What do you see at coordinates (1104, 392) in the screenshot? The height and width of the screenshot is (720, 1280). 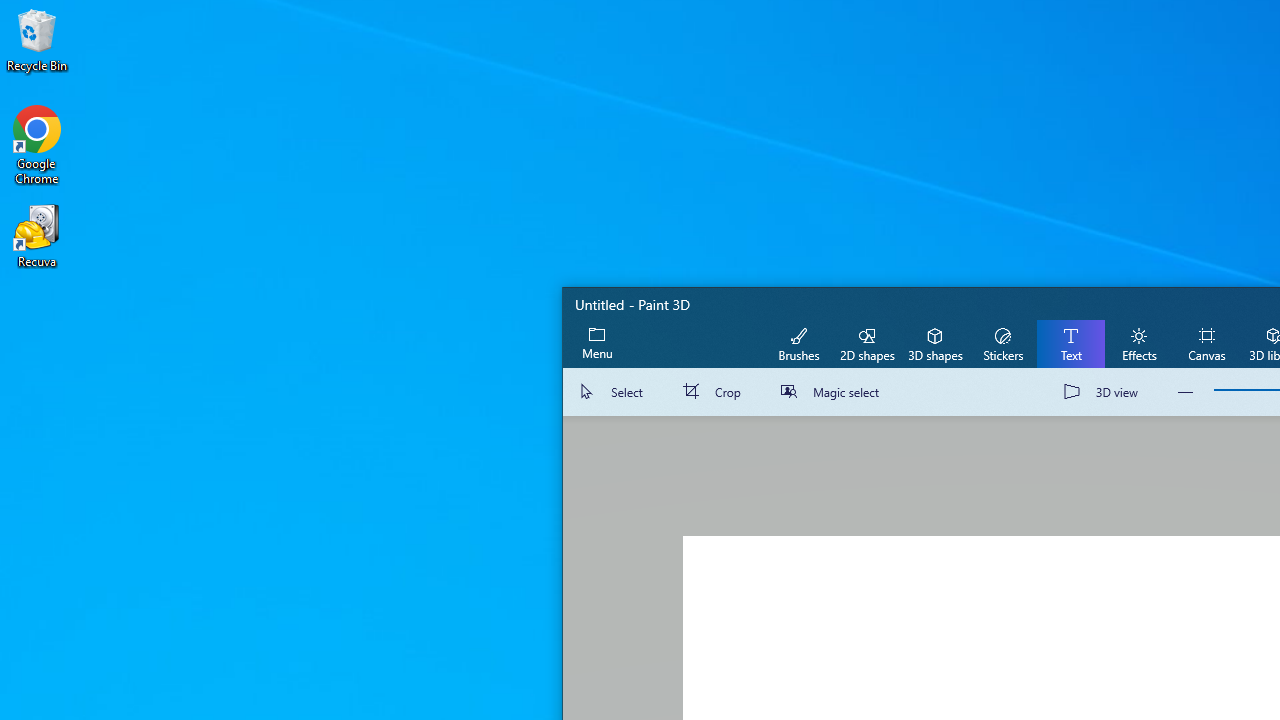 I see `'3D view'` at bounding box center [1104, 392].